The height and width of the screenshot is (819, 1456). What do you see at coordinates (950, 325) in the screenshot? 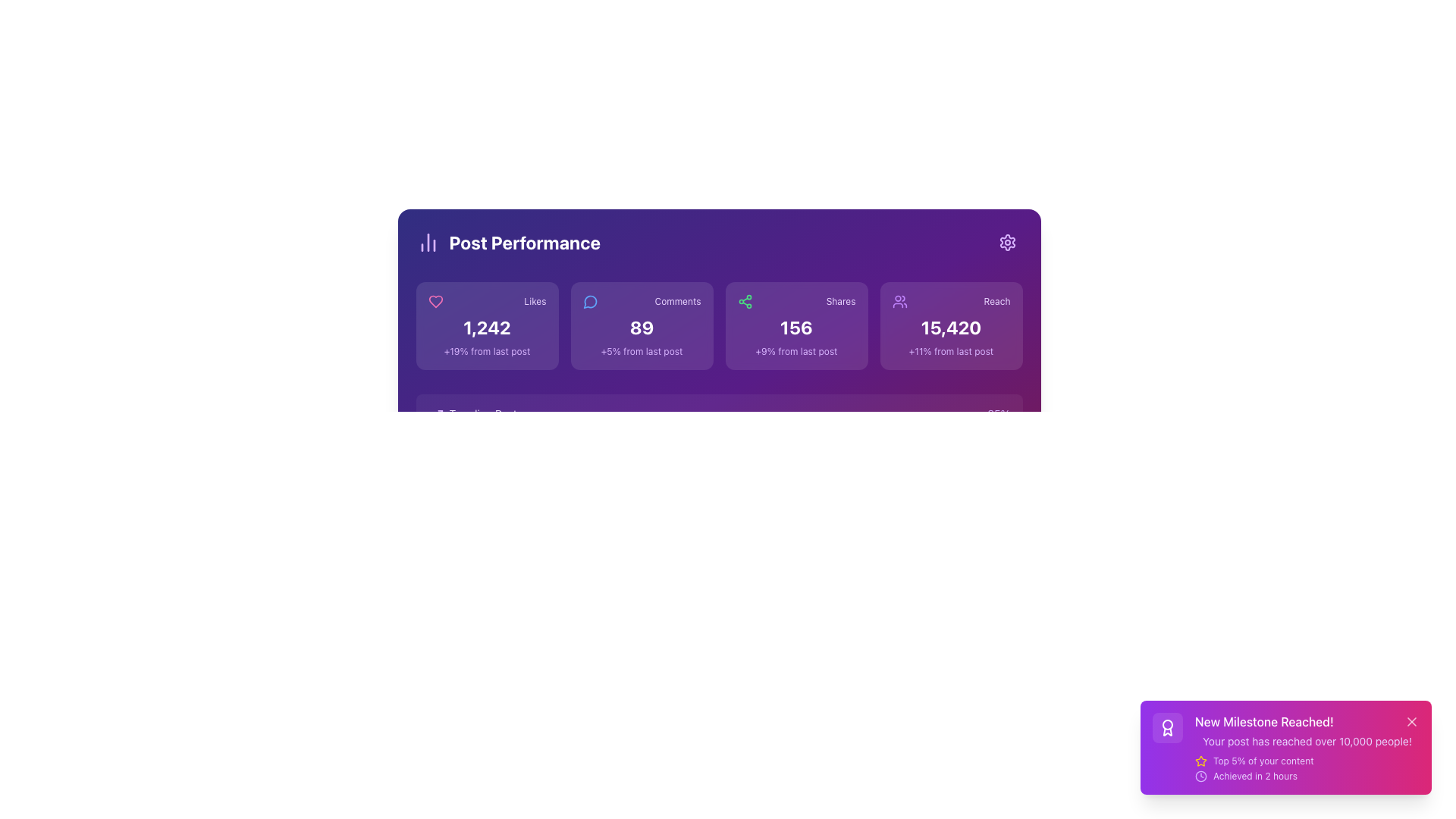
I see `the 'Reach' performance metrics card, which is the rightmost card in a grid of four cards labeled 'Likes', 'Comments', 'Shares', and 'Reach'` at bounding box center [950, 325].